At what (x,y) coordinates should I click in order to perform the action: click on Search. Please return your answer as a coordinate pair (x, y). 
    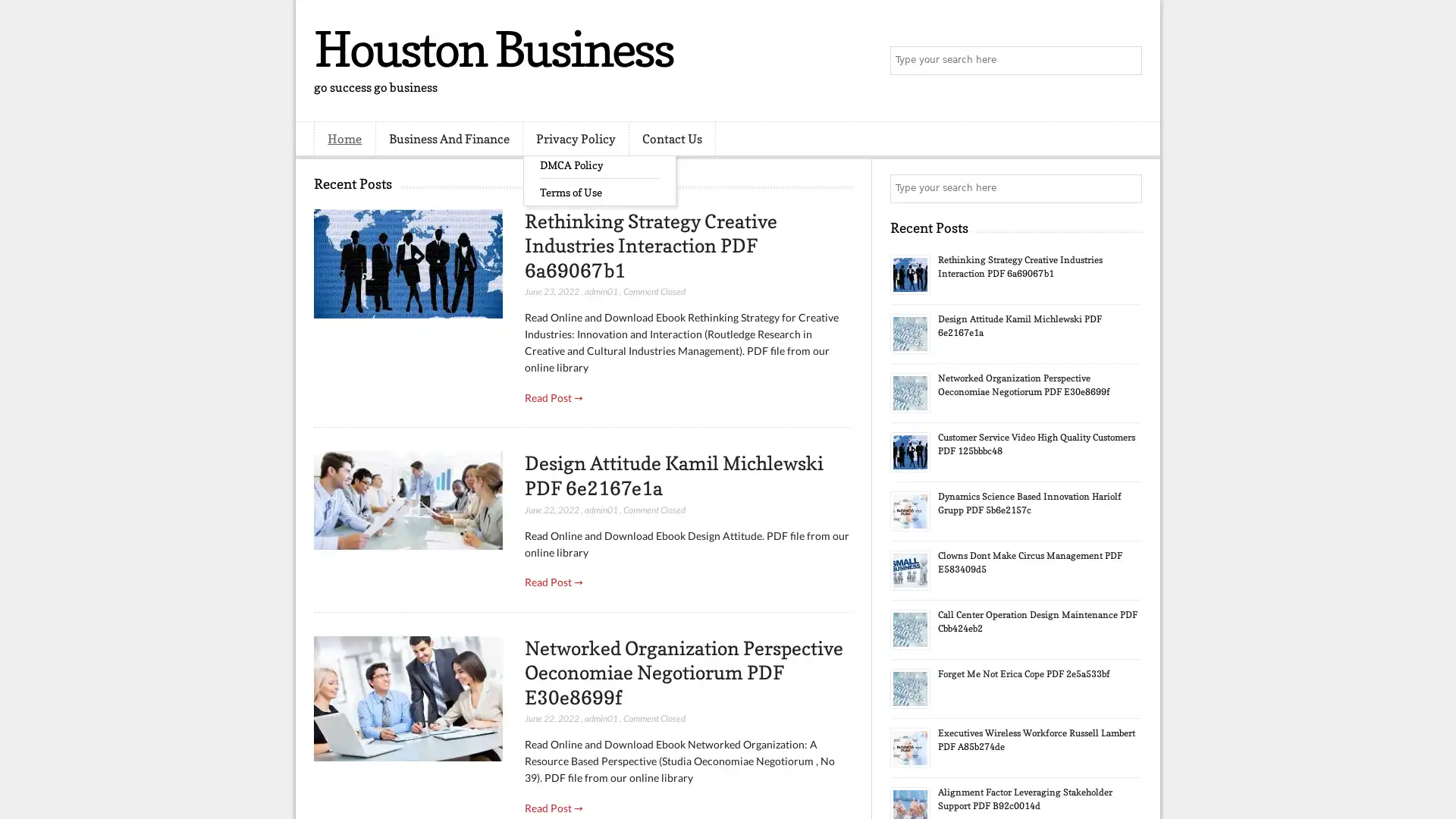
    Looking at the image, I should click on (1126, 188).